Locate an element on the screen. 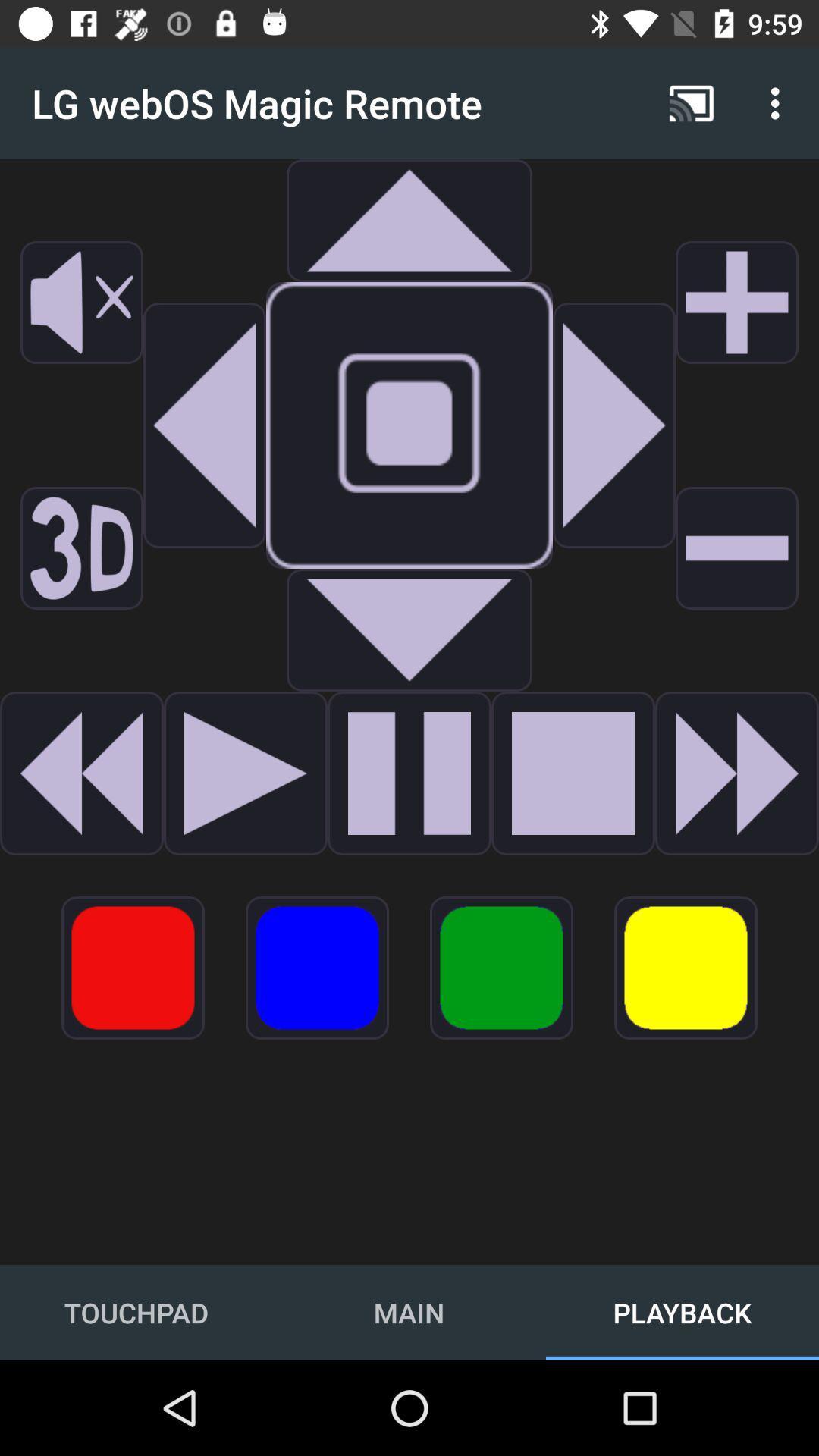 The width and height of the screenshot is (819, 1456). the av_forward icon is located at coordinates (736, 773).